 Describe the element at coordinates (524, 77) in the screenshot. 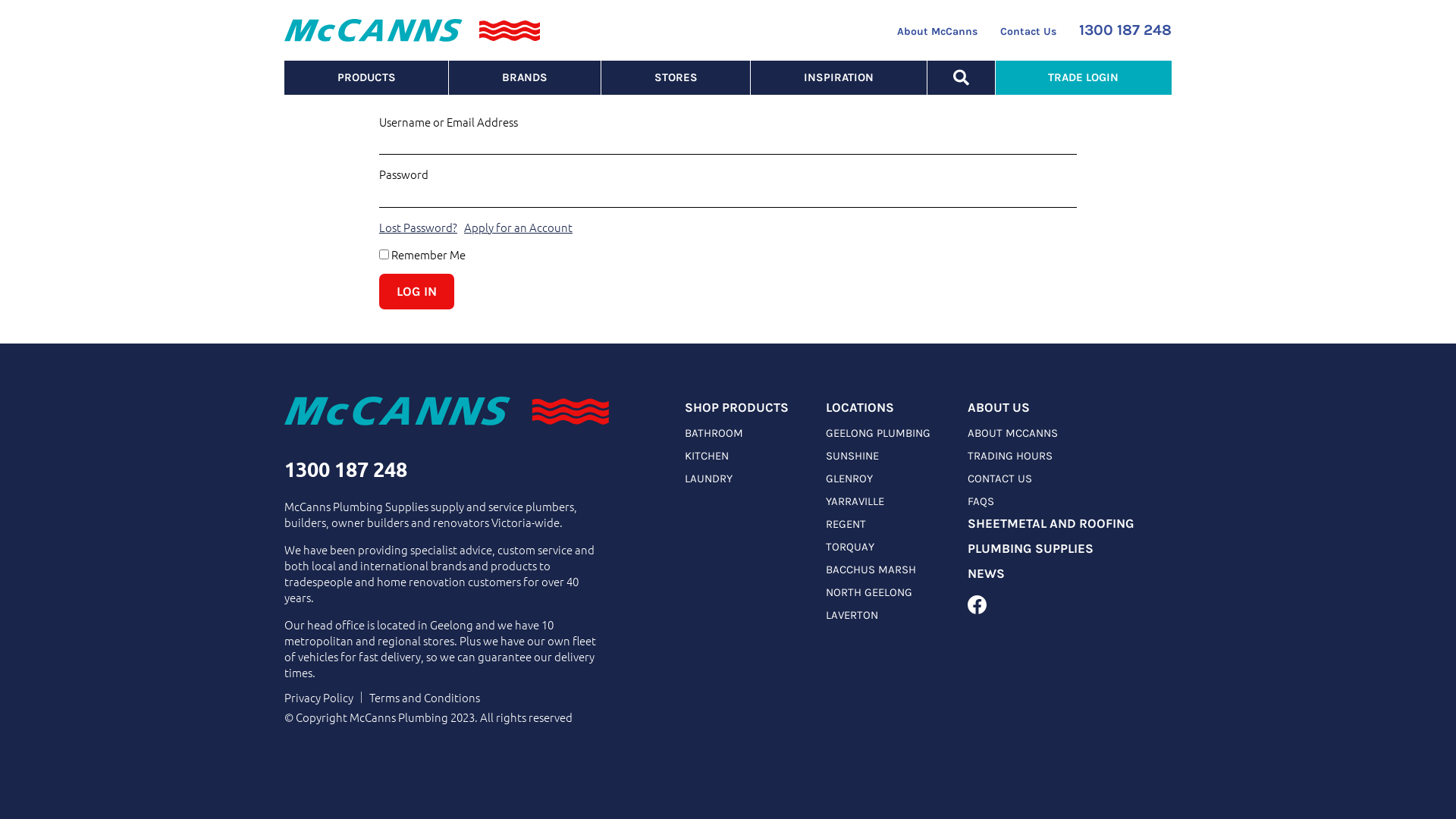

I see `'BRANDS'` at that location.